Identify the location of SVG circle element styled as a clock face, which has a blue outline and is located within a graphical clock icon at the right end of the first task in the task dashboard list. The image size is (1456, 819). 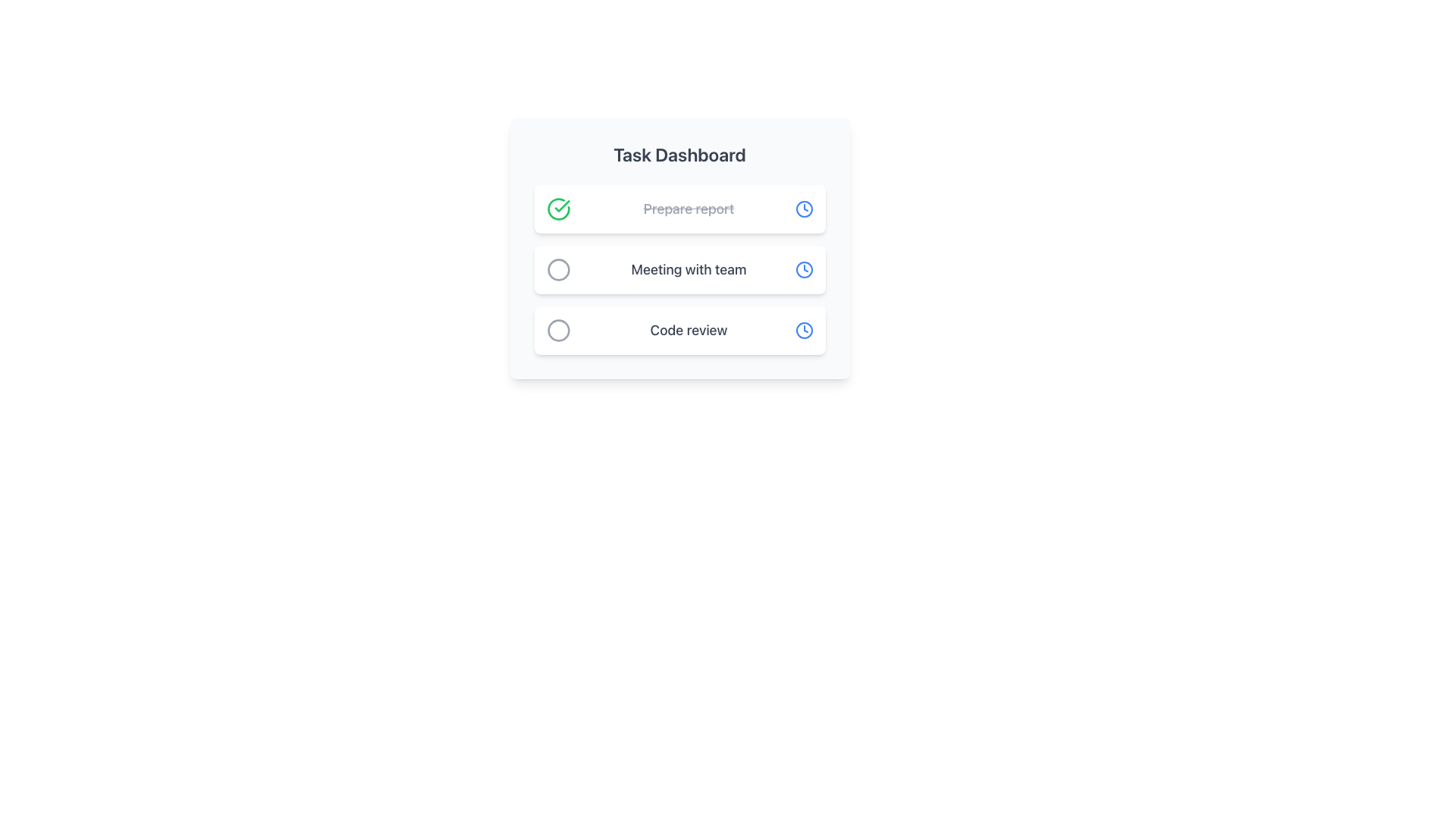
(803, 209).